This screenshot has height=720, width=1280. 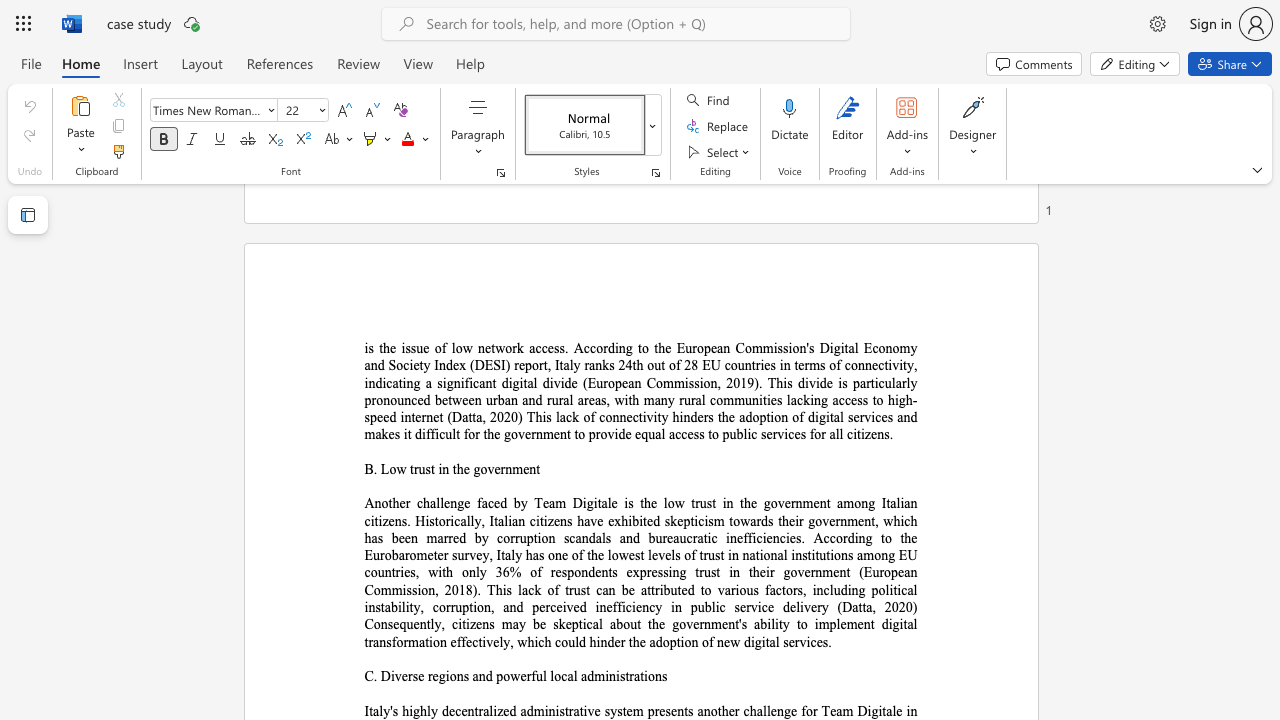 What do you see at coordinates (615, 675) in the screenshot?
I see `the subset text "istrations" within the text "C. Diverse regions and powerful local administrations"` at bounding box center [615, 675].